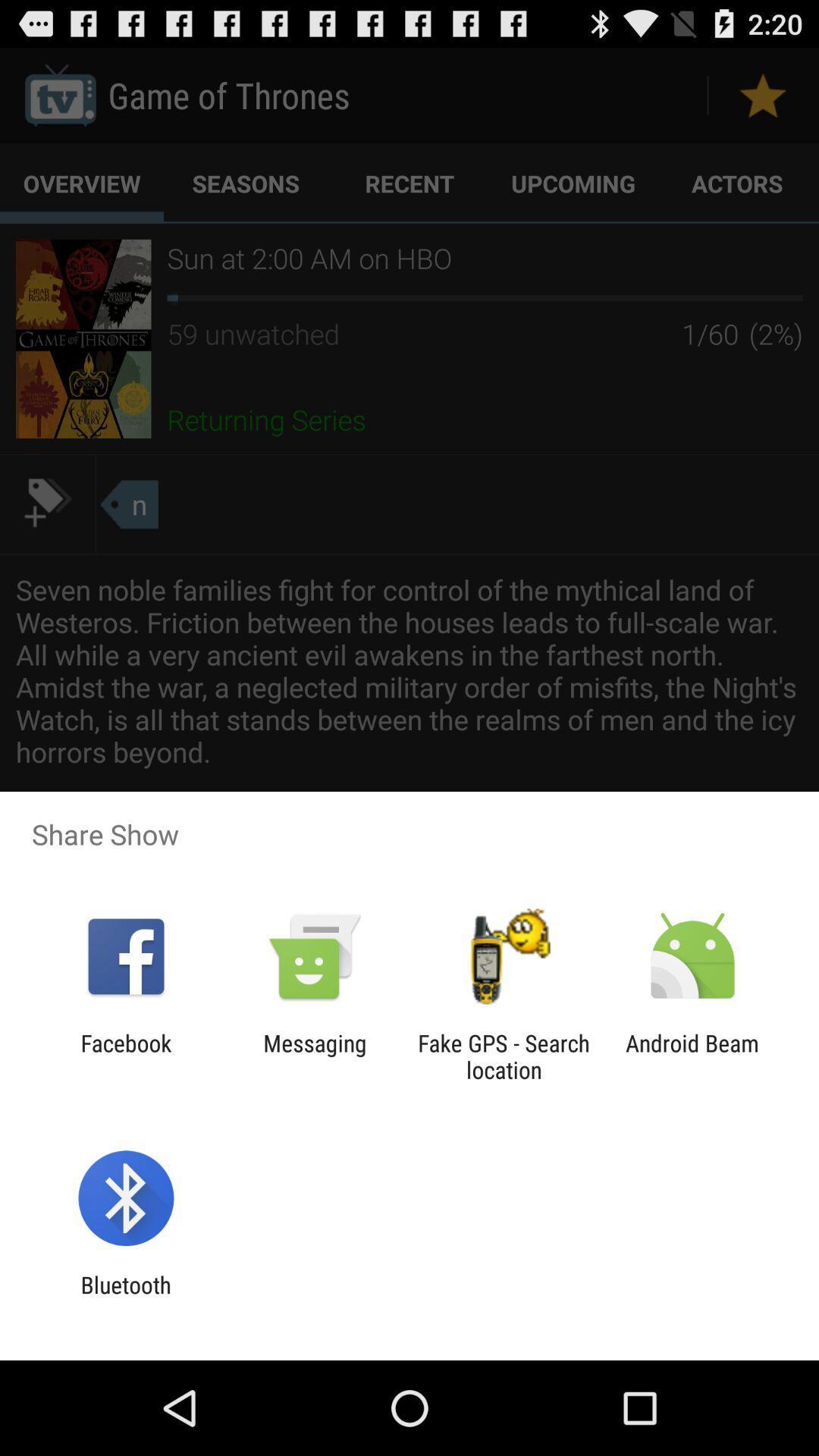  I want to click on item to the left of the messaging app, so click(125, 1056).